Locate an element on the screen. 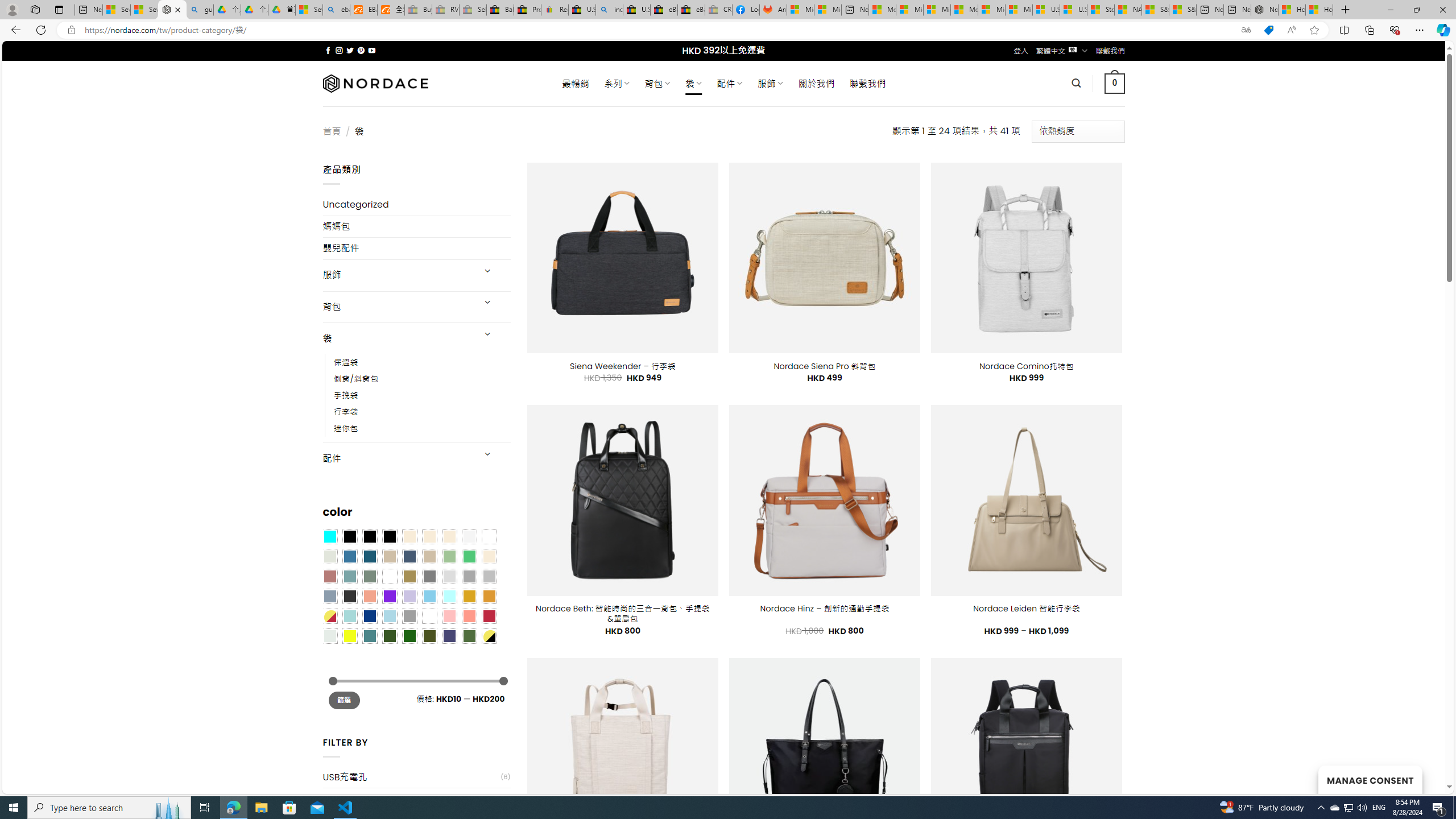 This screenshot has width=1456, height=819. 'Log into Facebook' is located at coordinates (746, 9).